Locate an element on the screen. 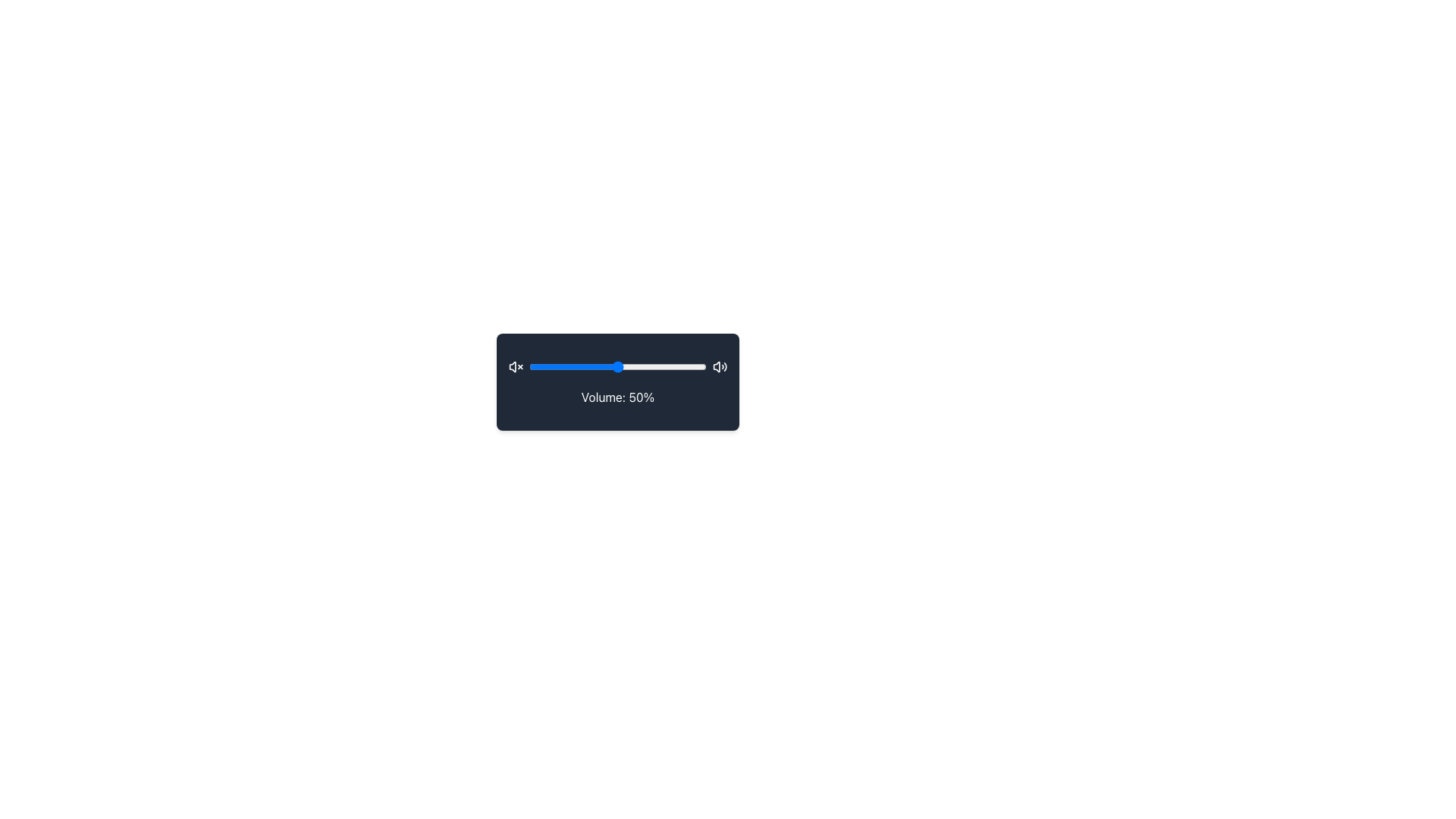 The width and height of the screenshot is (1456, 819). the volume level is located at coordinates (630, 366).